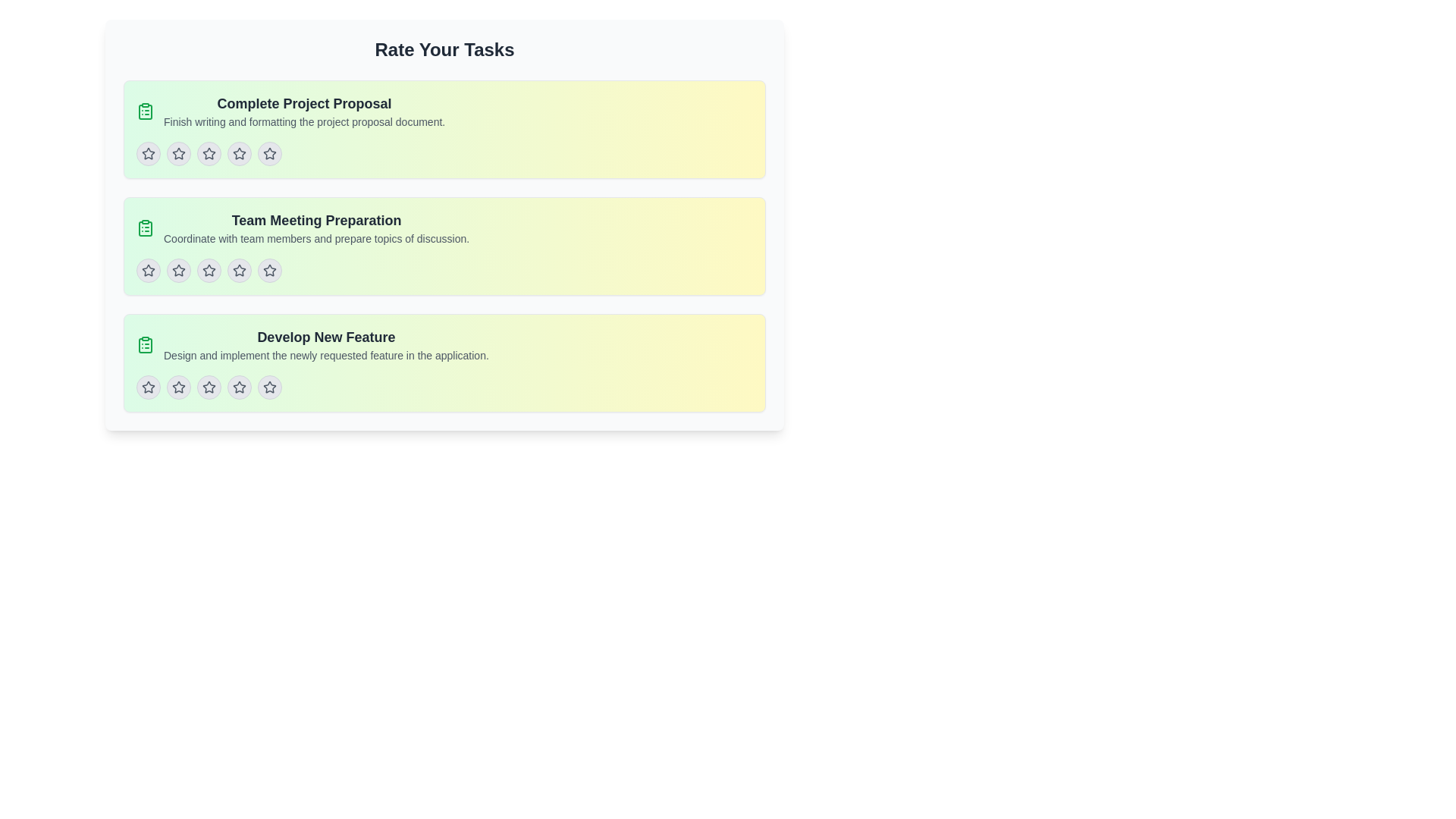  Describe the element at coordinates (149, 153) in the screenshot. I see `the first star icon` at that location.